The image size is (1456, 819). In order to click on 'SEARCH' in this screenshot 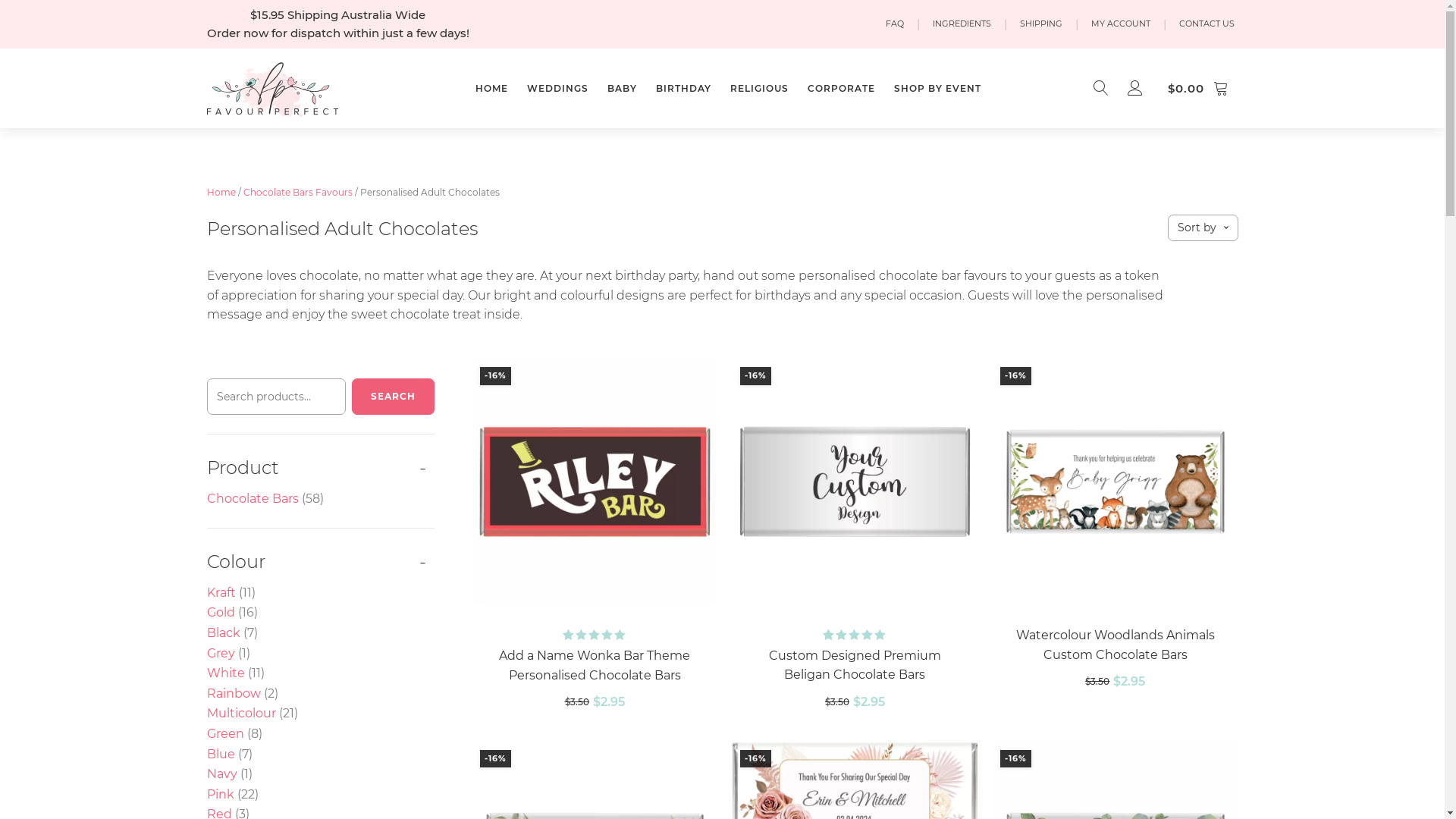, I will do `click(351, 396)`.